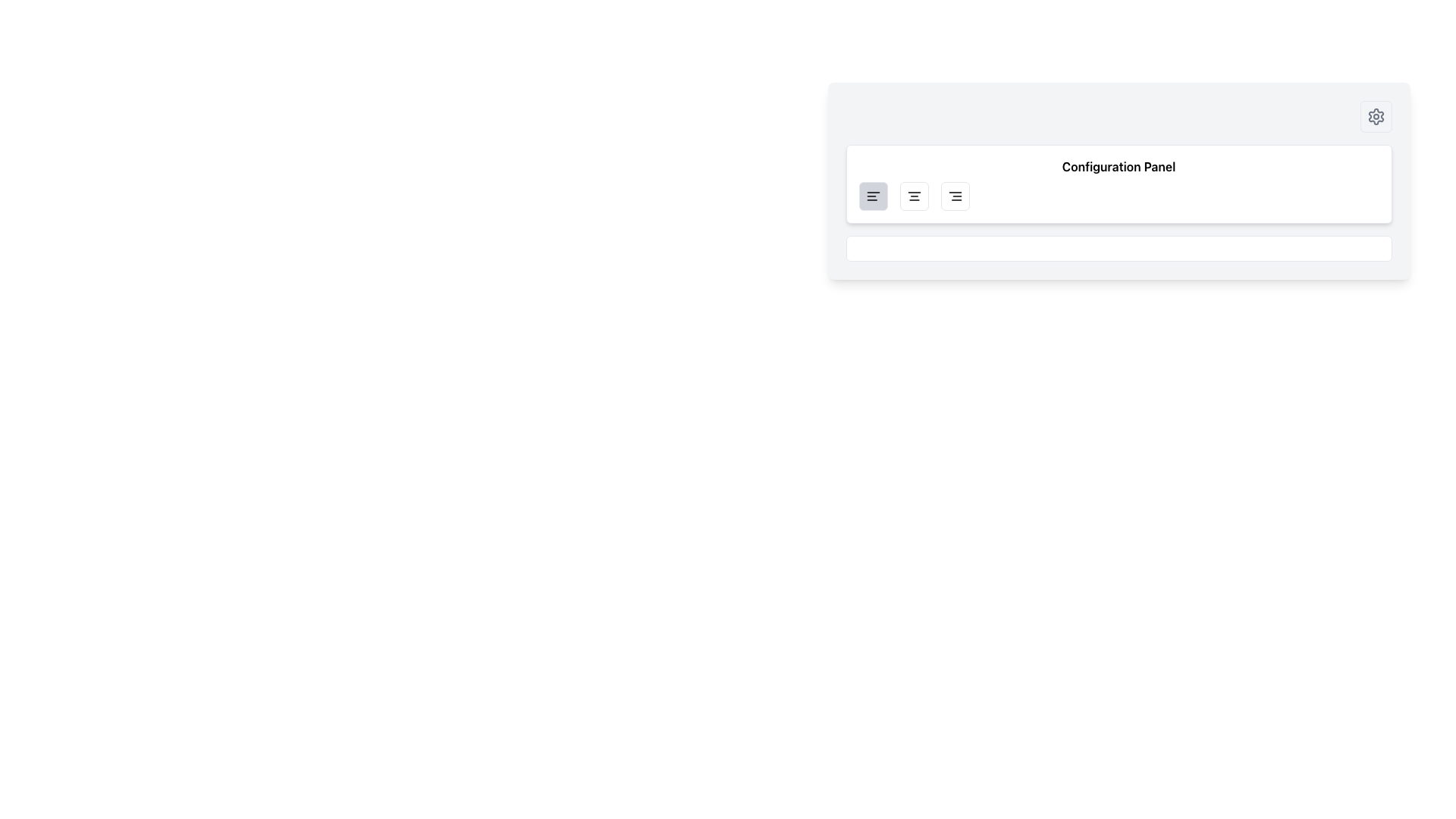 This screenshot has width=1456, height=819. I want to click on the settings icon button located at the top-right end of the configuration panel, so click(1376, 116).